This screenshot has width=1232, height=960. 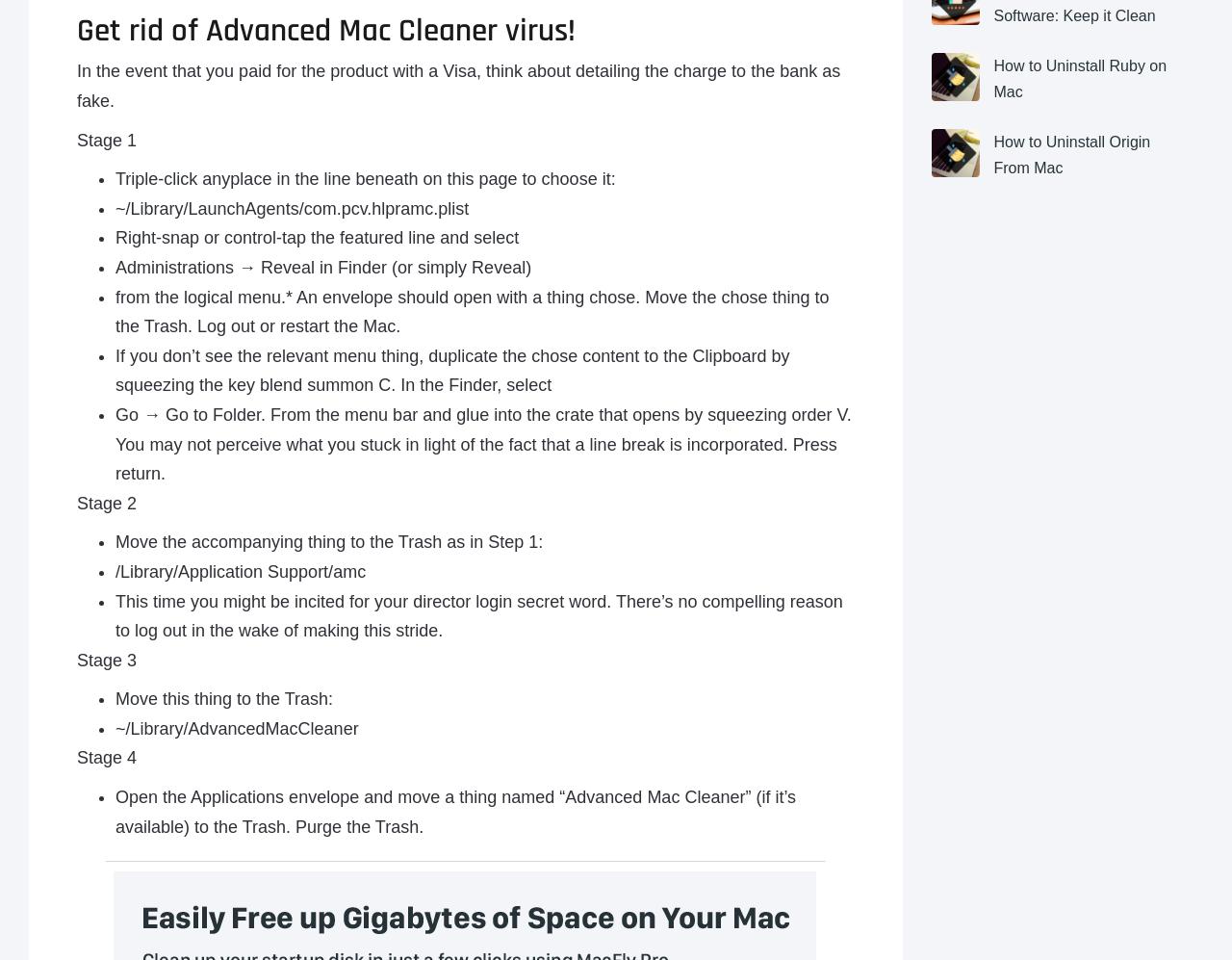 I want to click on 'If you don’t see the relevant menu thing, duplicate the chose content to the Clipboard by squeezing the key blend summon C. In the Finder, select', so click(x=115, y=370).